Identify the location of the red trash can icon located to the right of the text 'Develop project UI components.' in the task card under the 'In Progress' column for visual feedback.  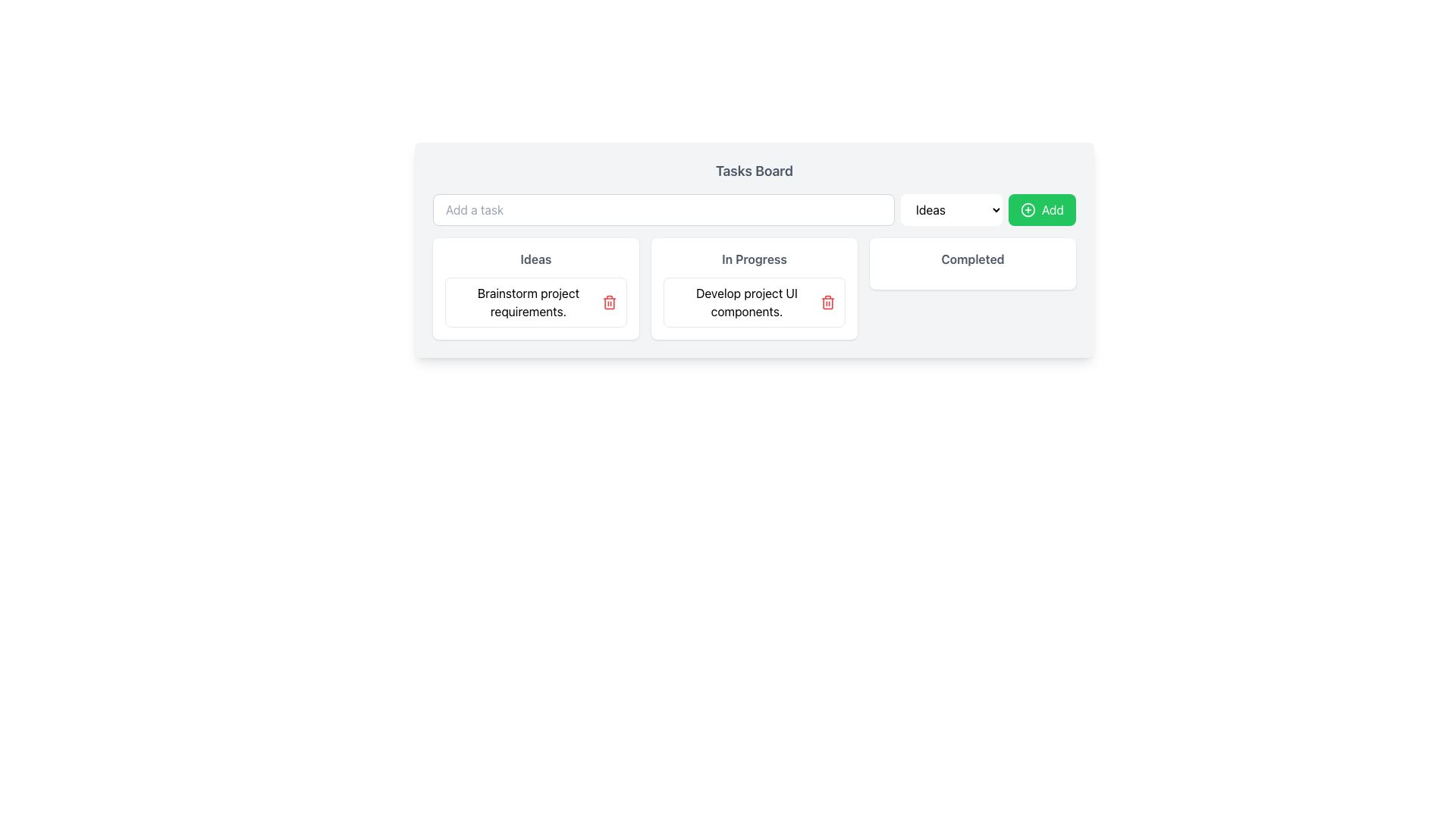
(827, 302).